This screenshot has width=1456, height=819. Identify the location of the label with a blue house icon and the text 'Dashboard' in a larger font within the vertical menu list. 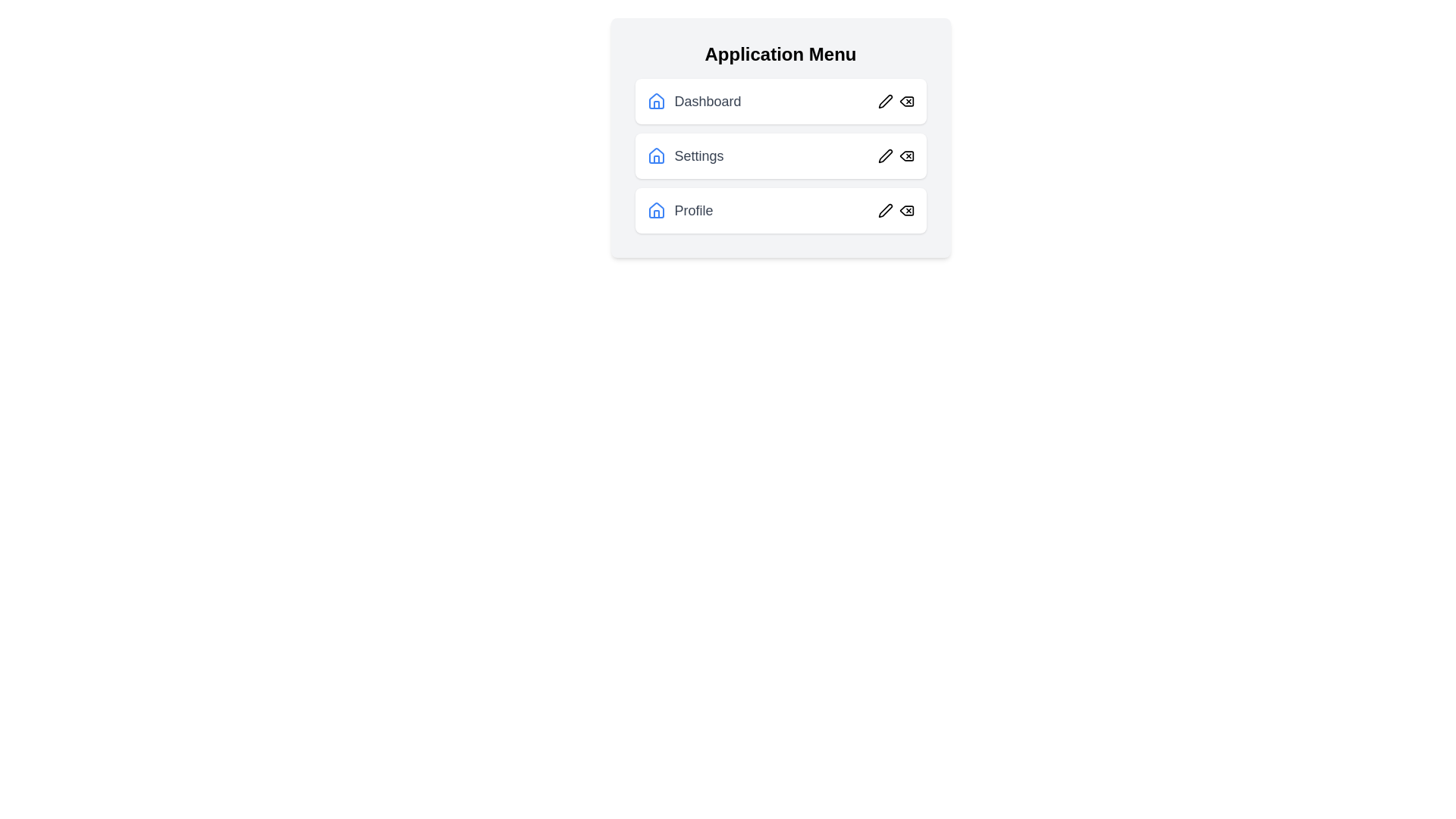
(693, 102).